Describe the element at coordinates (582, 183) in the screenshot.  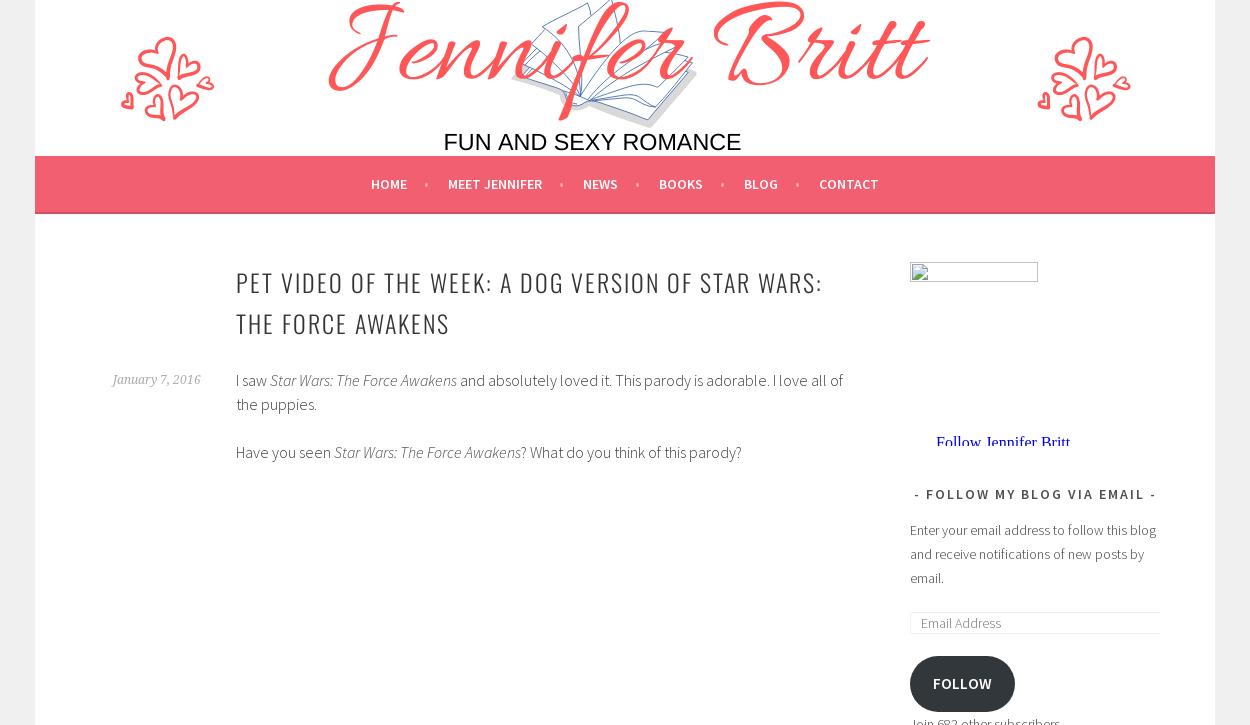
I see `'News'` at that location.